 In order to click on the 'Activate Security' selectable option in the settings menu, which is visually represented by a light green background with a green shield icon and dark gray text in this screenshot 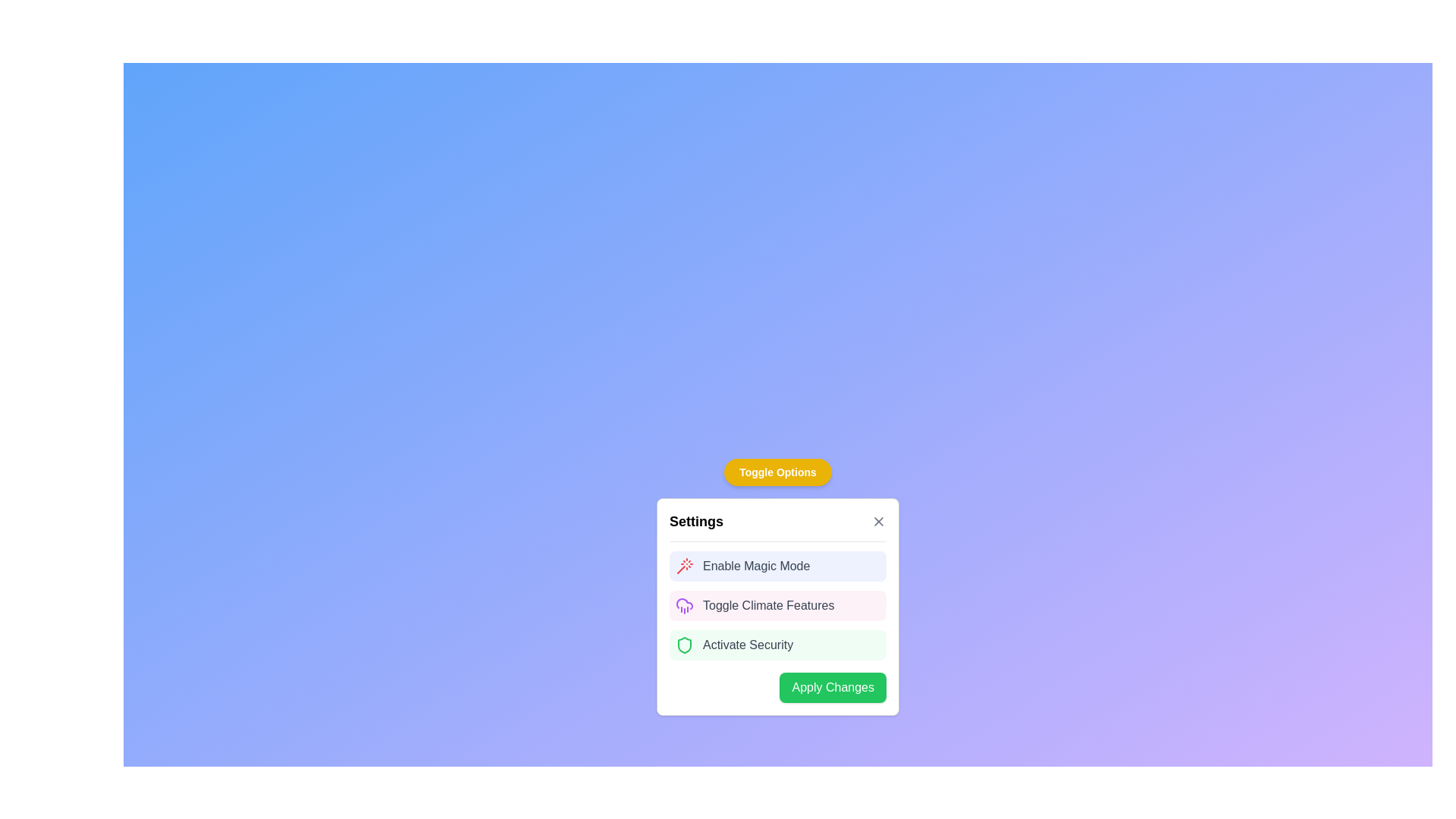, I will do `click(778, 645)`.